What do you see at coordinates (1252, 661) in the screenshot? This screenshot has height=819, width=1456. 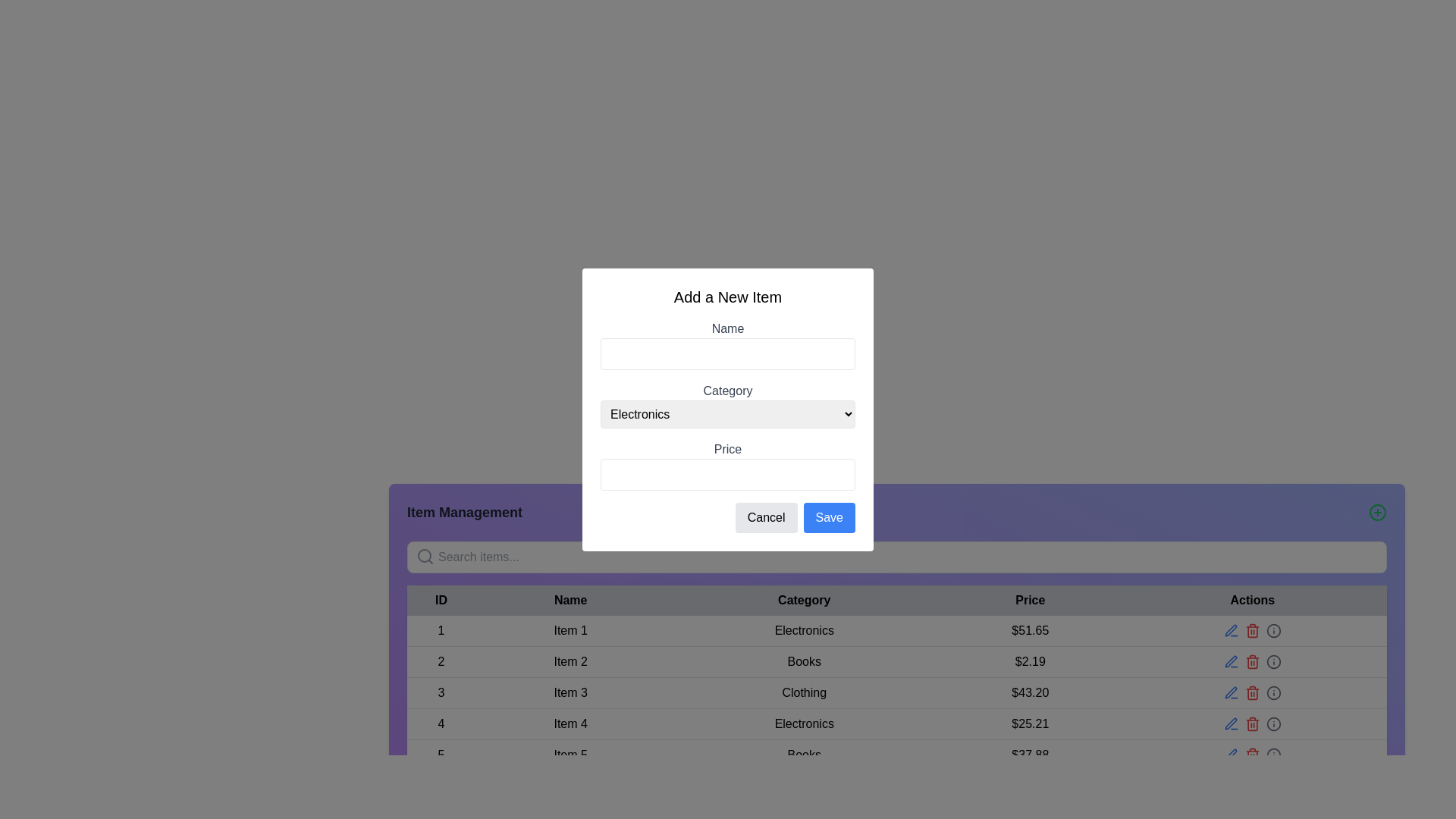 I see `the delete button icon in the third column of the actions for 'Item 2'` at bounding box center [1252, 661].